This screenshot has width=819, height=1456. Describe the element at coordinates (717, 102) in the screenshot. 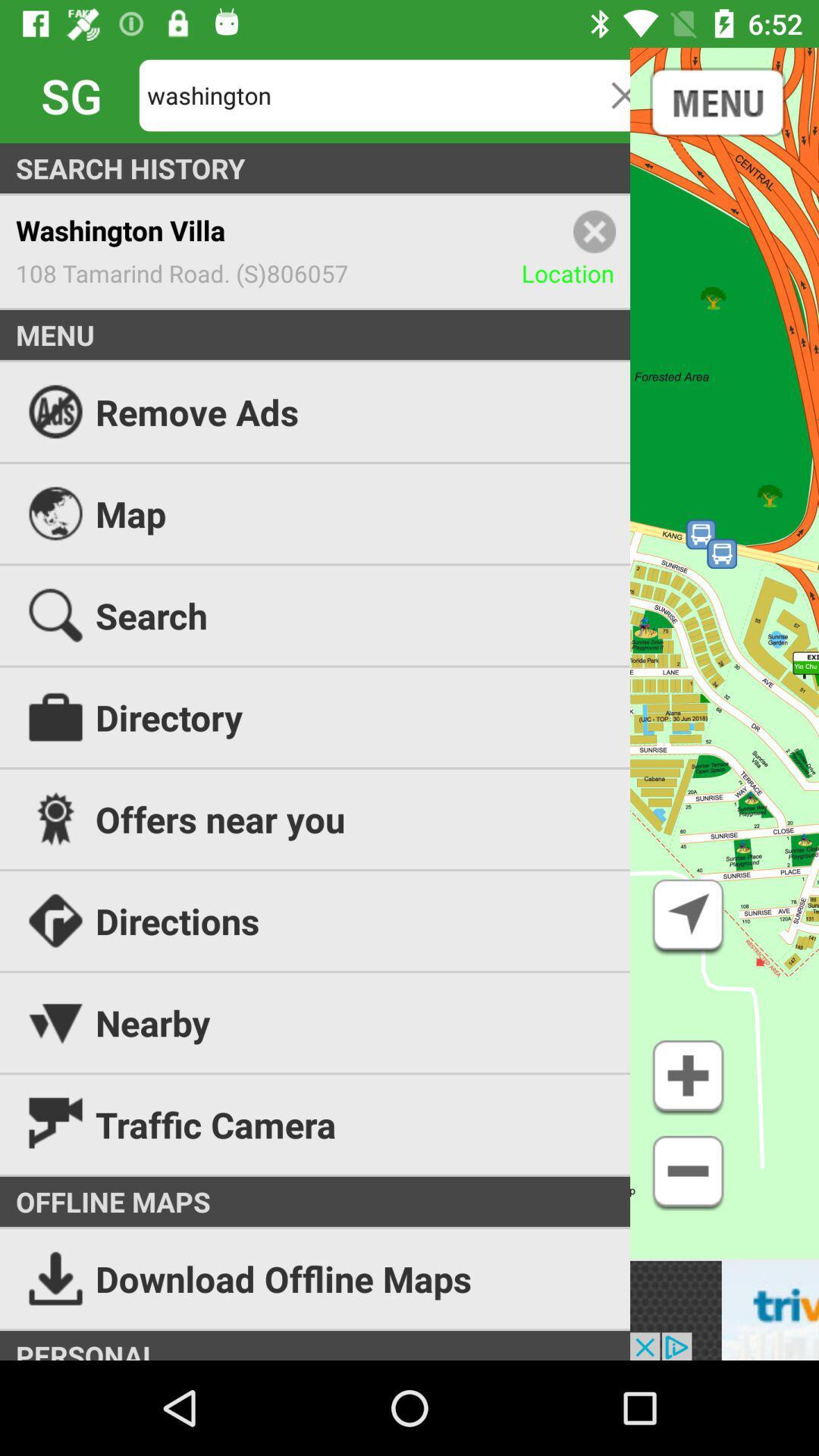

I see `the date_range icon` at that location.